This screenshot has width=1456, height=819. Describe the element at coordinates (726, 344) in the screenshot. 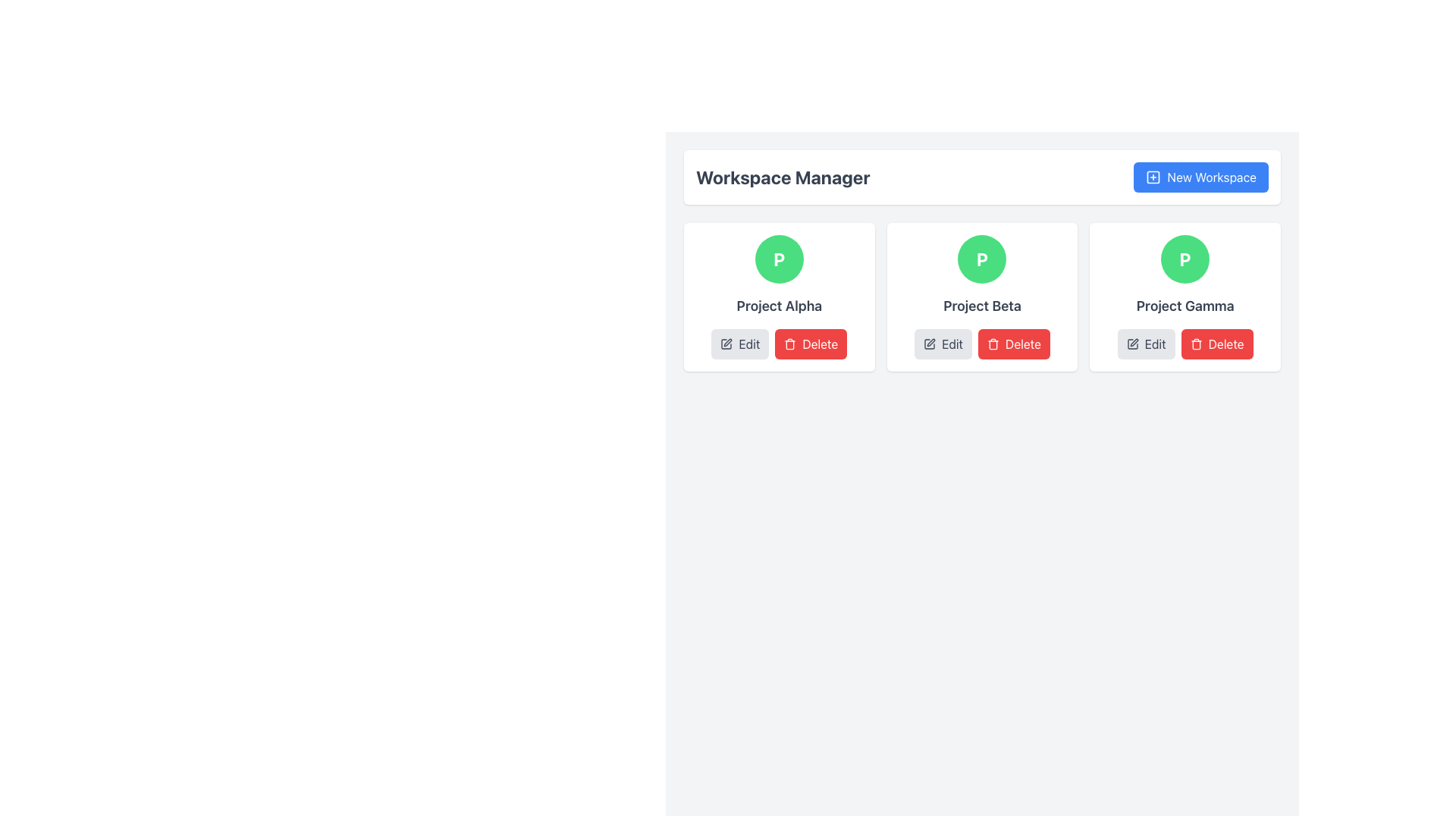

I see `the pen icon located to the left of the 'Edit' text in the button with a light gray background within the 'Project Alpha' card in the 'Workspace Manager' grid` at that location.